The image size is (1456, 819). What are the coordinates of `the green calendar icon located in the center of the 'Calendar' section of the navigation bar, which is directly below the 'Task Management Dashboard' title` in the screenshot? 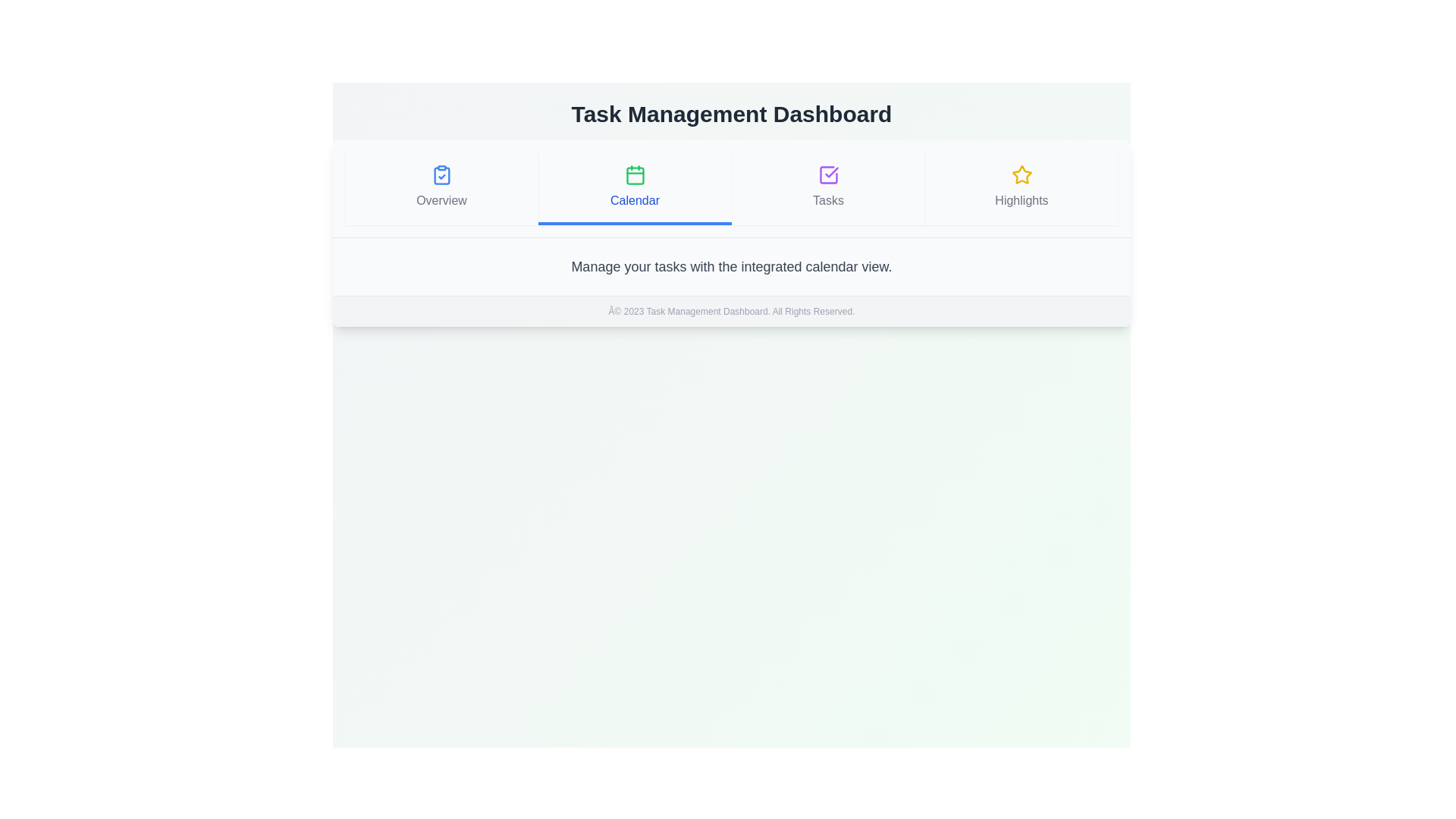 It's located at (635, 174).